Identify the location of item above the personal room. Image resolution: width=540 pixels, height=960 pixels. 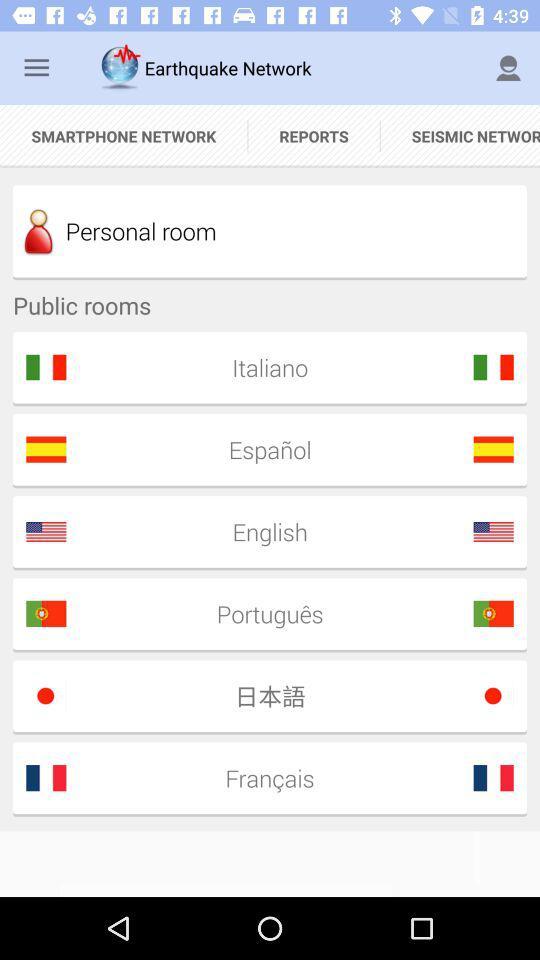
(314, 135).